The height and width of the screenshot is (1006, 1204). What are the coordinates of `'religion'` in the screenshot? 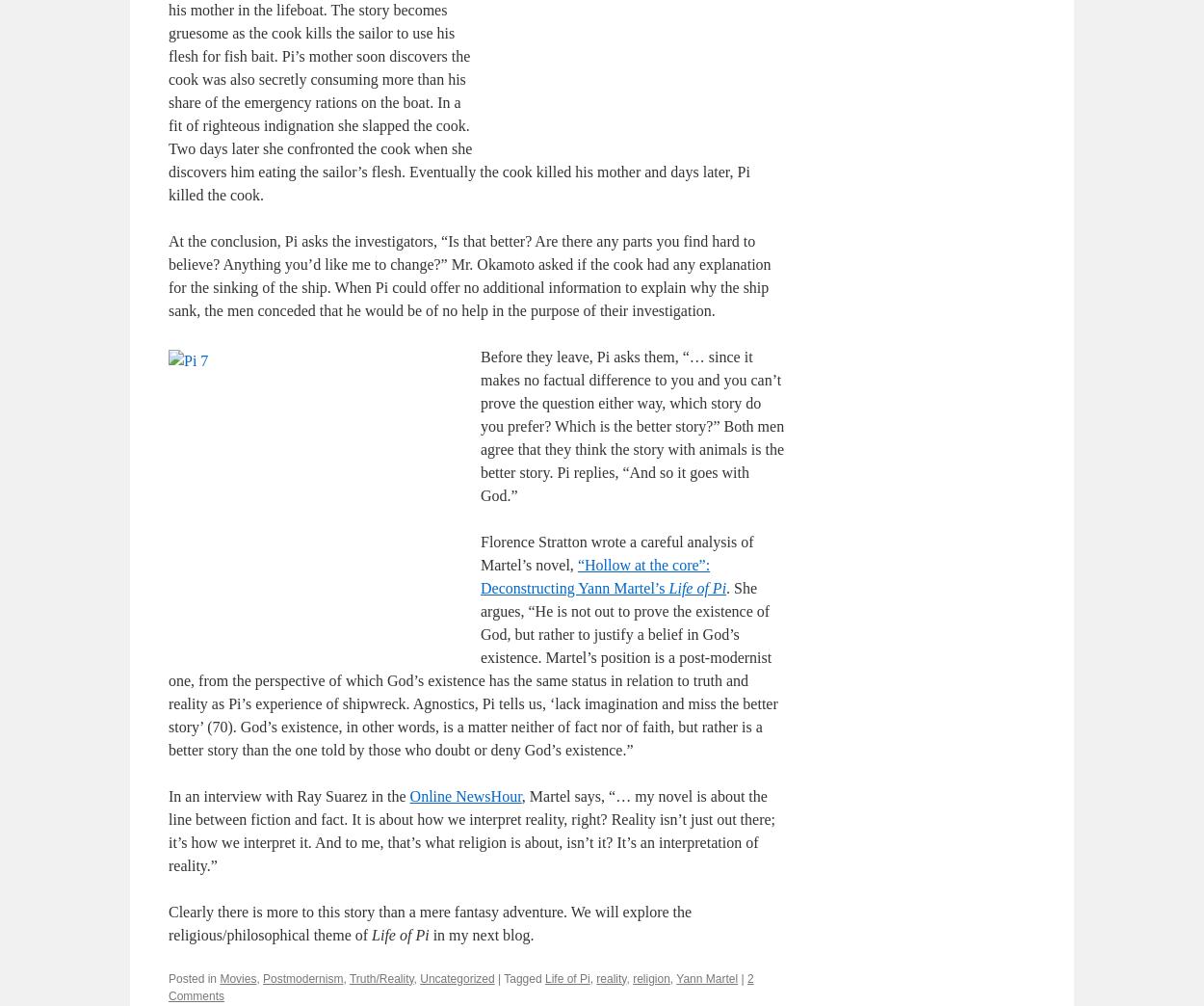 It's located at (650, 977).